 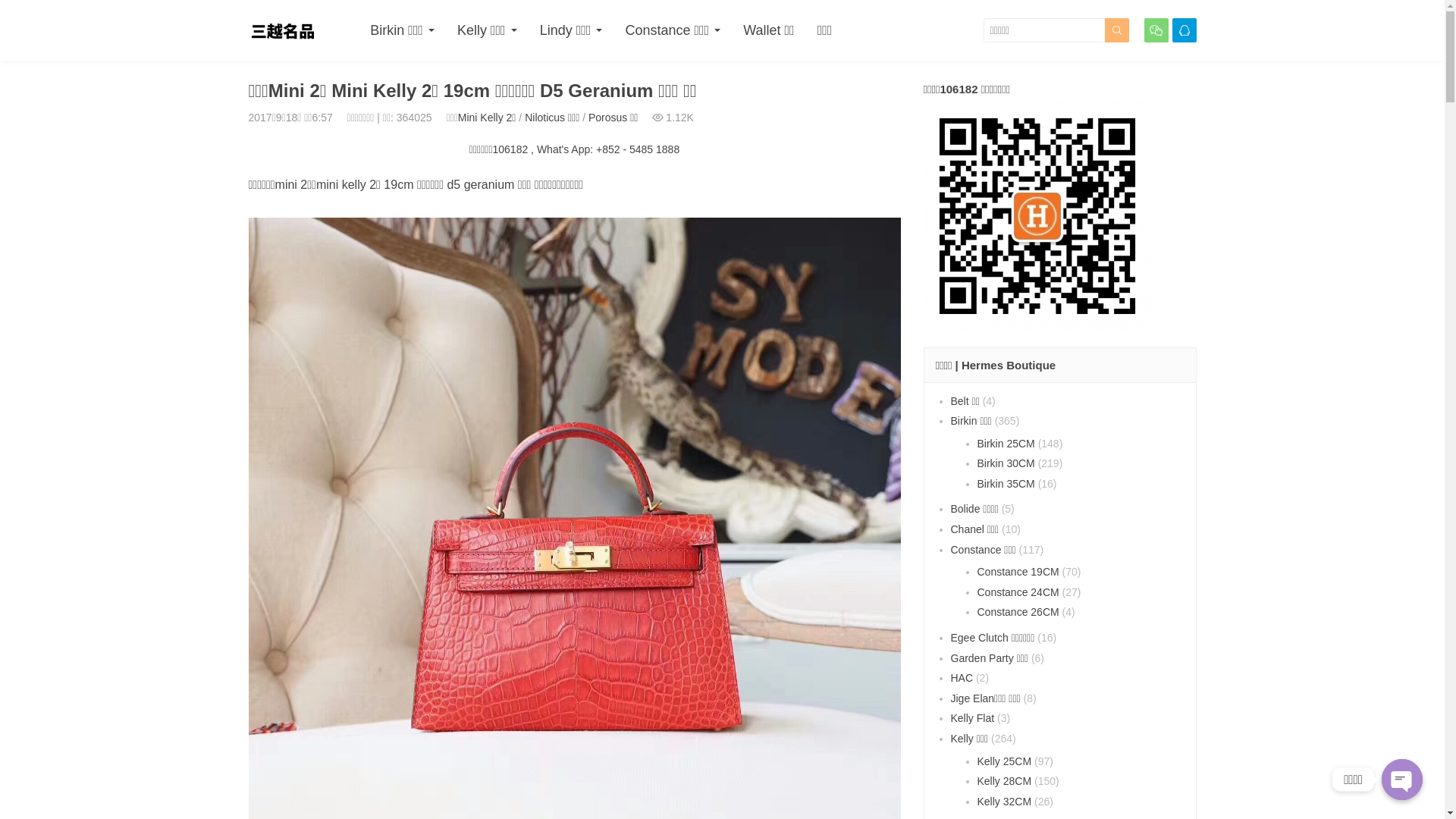 What do you see at coordinates (1004, 761) in the screenshot?
I see `'Kelly 25CM'` at bounding box center [1004, 761].